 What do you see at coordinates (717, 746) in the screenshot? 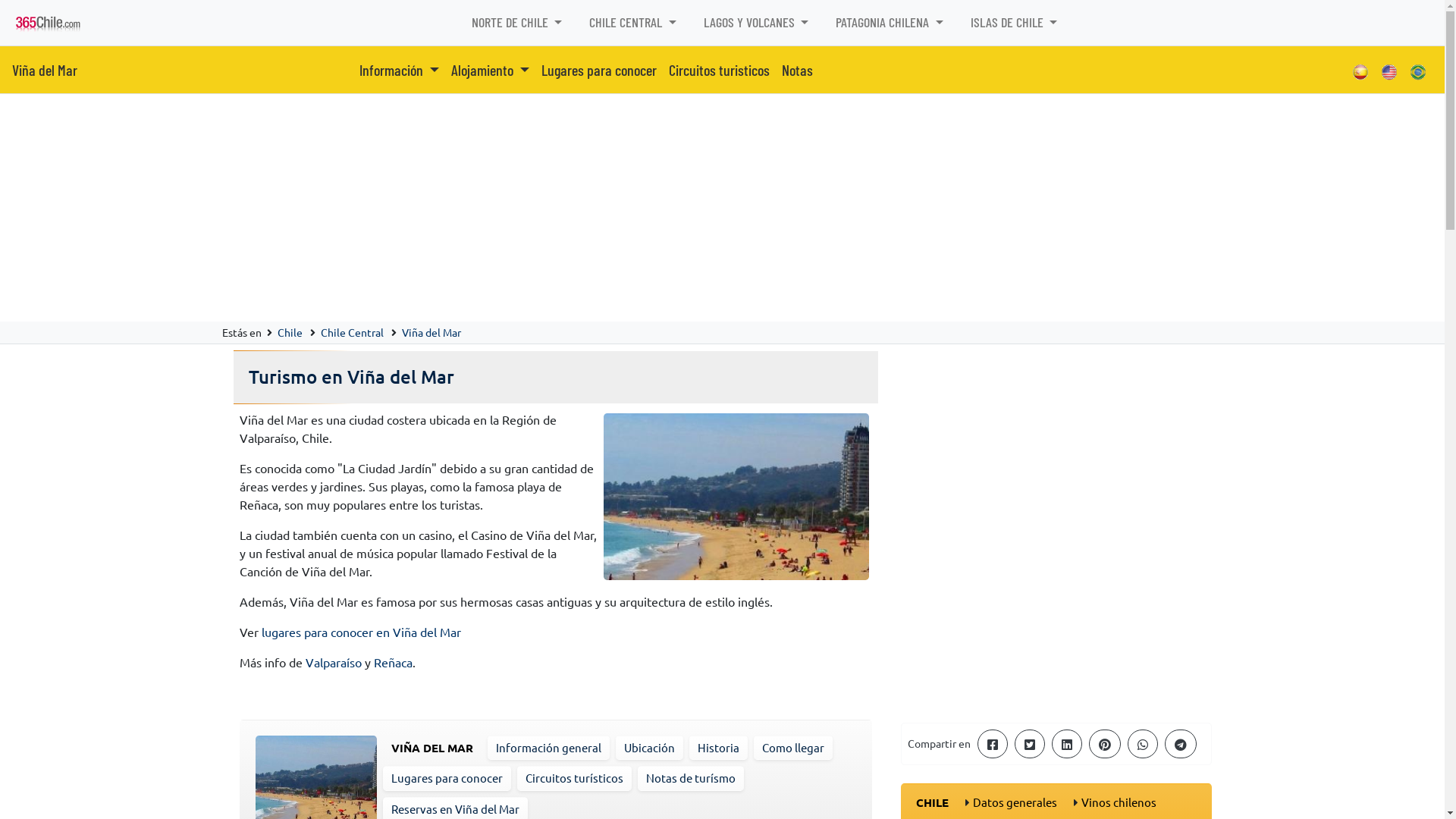
I see `'Historia'` at bounding box center [717, 746].